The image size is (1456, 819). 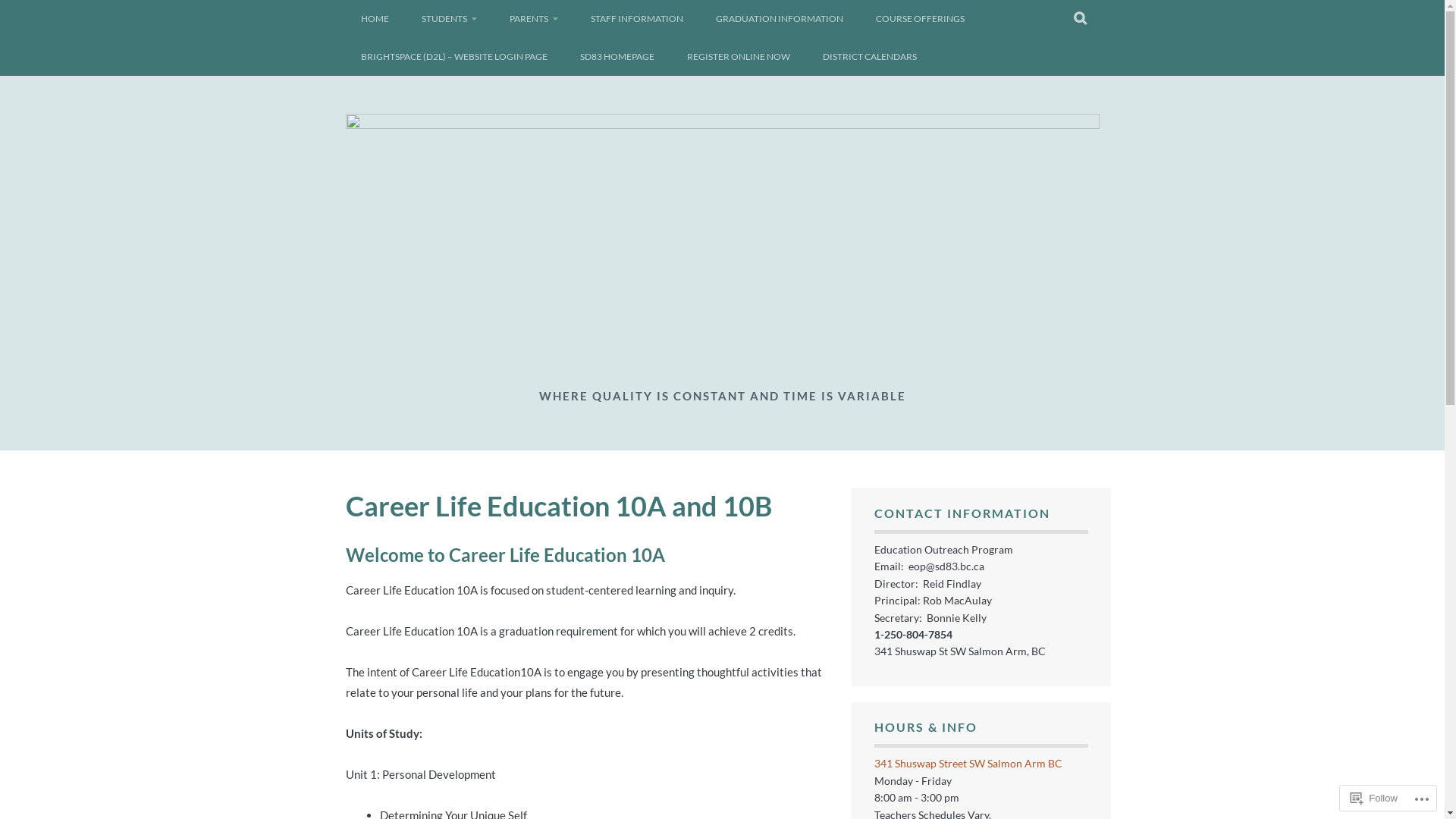 I want to click on 'STUDENTS', so click(x=448, y=18).